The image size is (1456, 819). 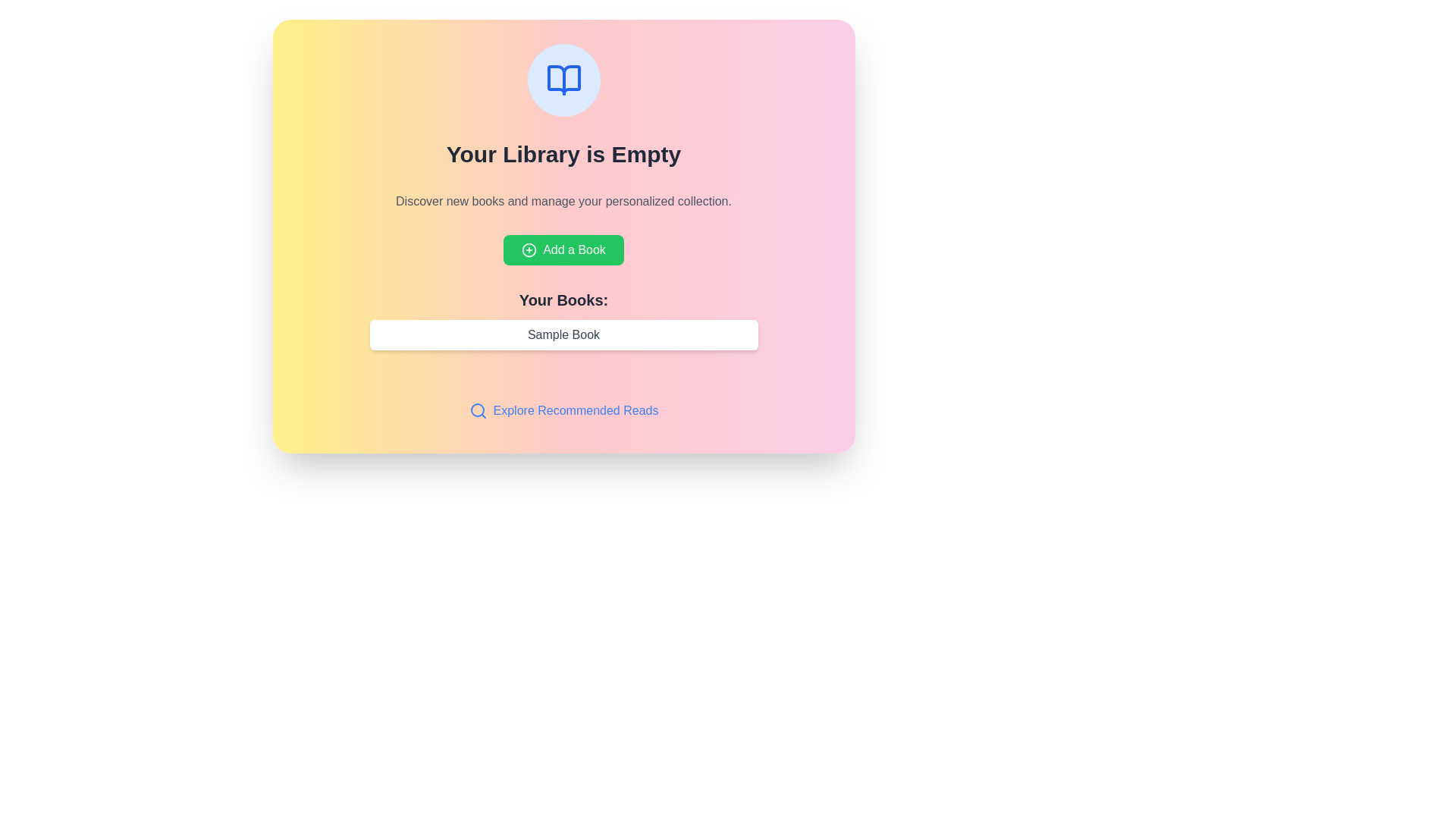 What do you see at coordinates (563, 80) in the screenshot?
I see `the blue book icon which is centered at the top of a pastel-colored card section, featuring a circular blue background` at bounding box center [563, 80].